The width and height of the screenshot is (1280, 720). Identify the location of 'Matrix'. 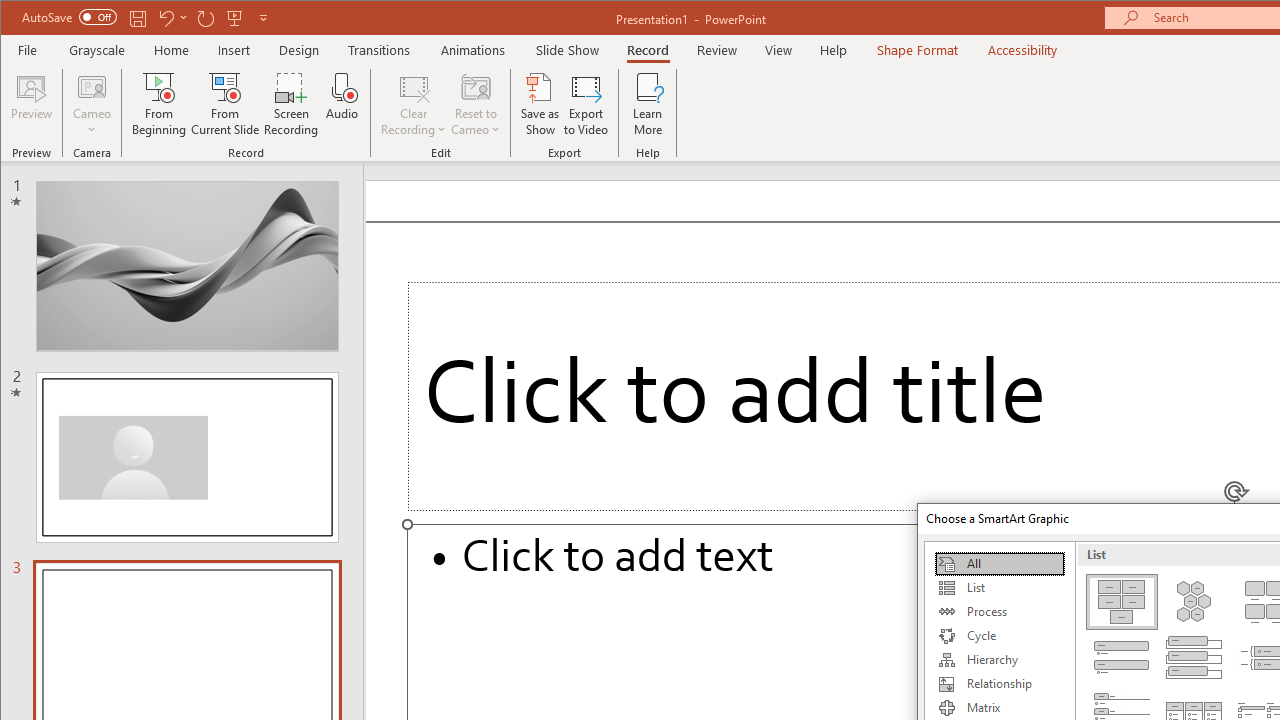
(999, 707).